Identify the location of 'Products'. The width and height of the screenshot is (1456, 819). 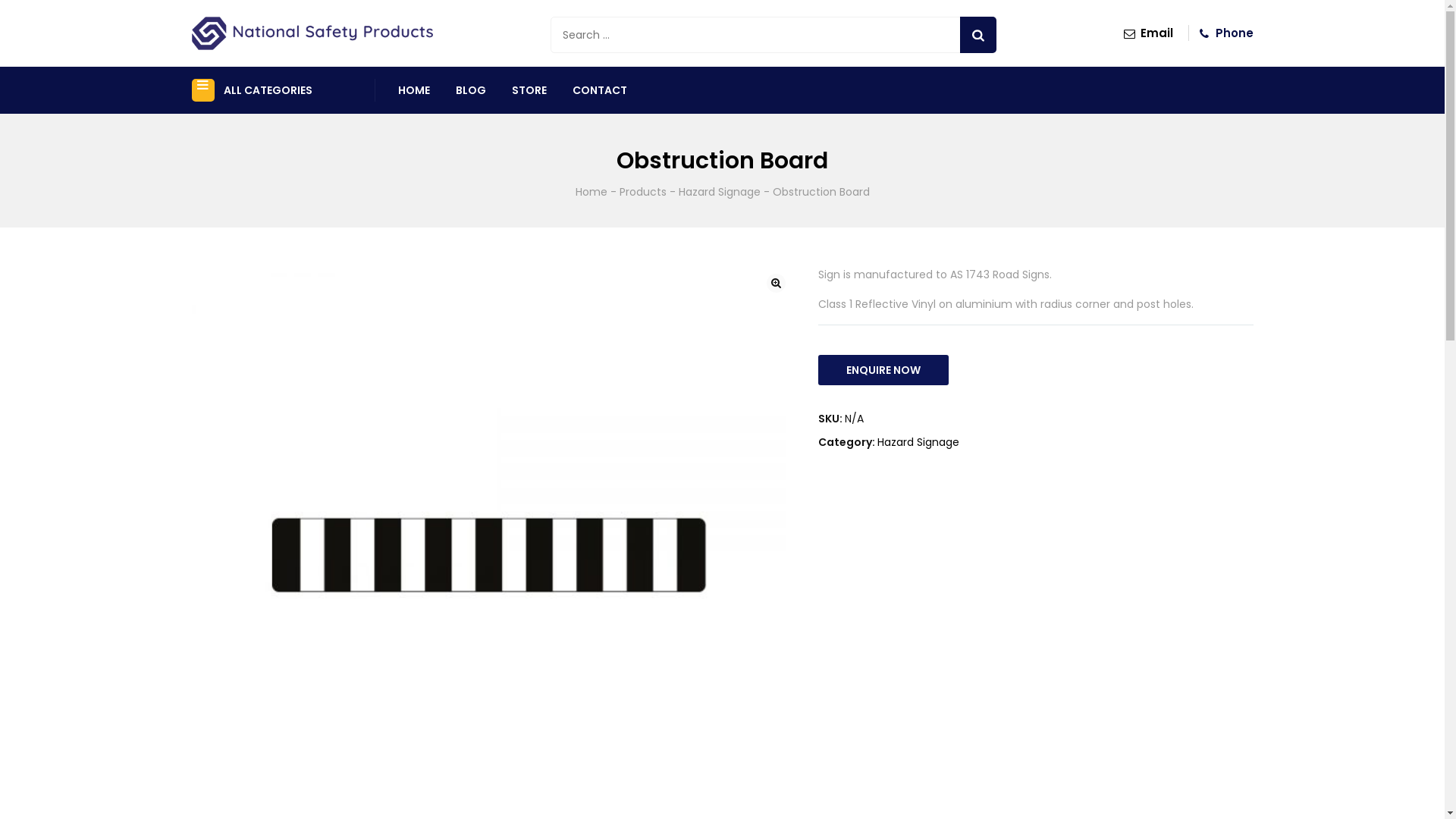
(619, 191).